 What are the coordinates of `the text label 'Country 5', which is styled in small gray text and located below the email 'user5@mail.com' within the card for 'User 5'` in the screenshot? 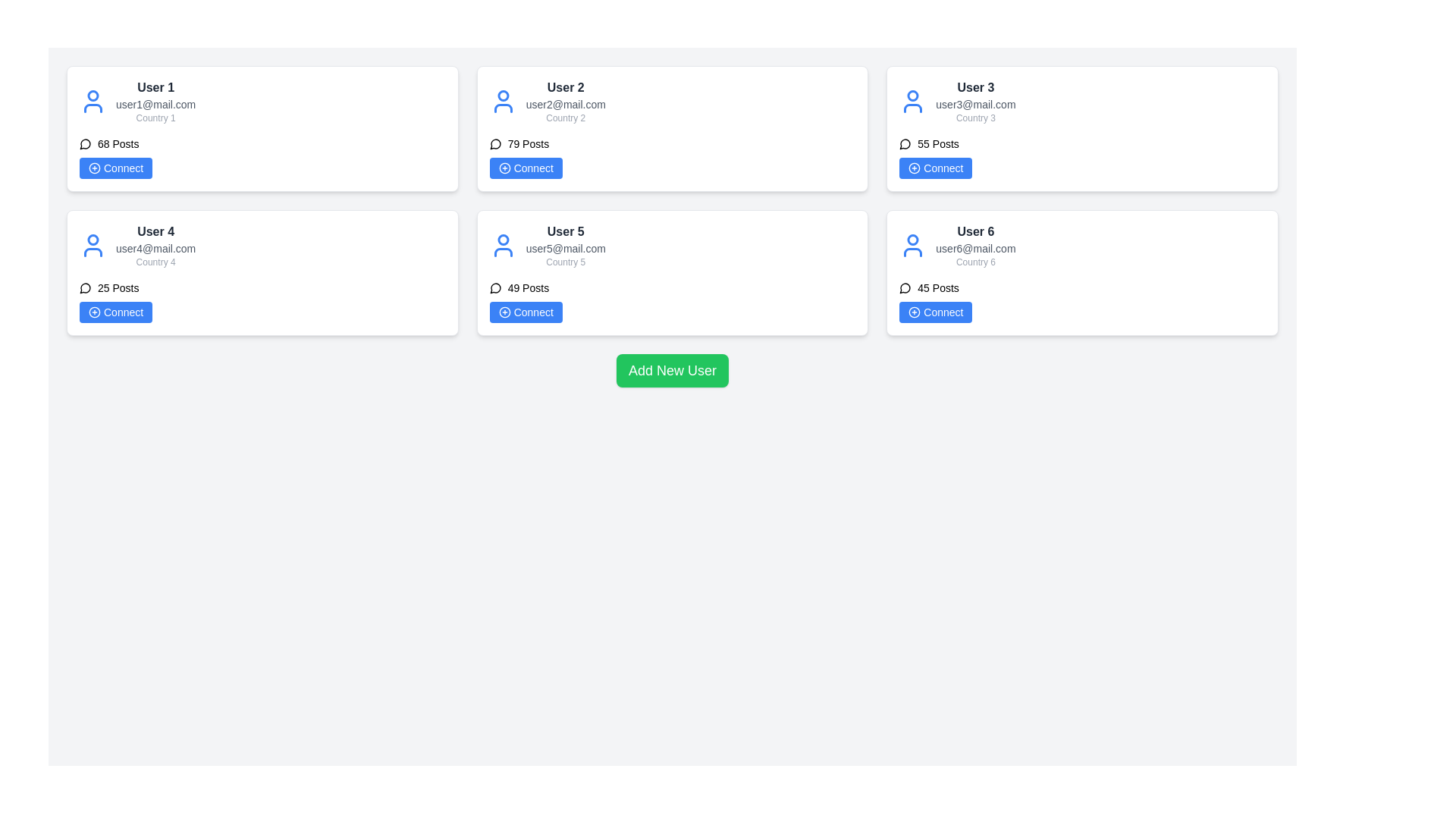 It's located at (565, 262).